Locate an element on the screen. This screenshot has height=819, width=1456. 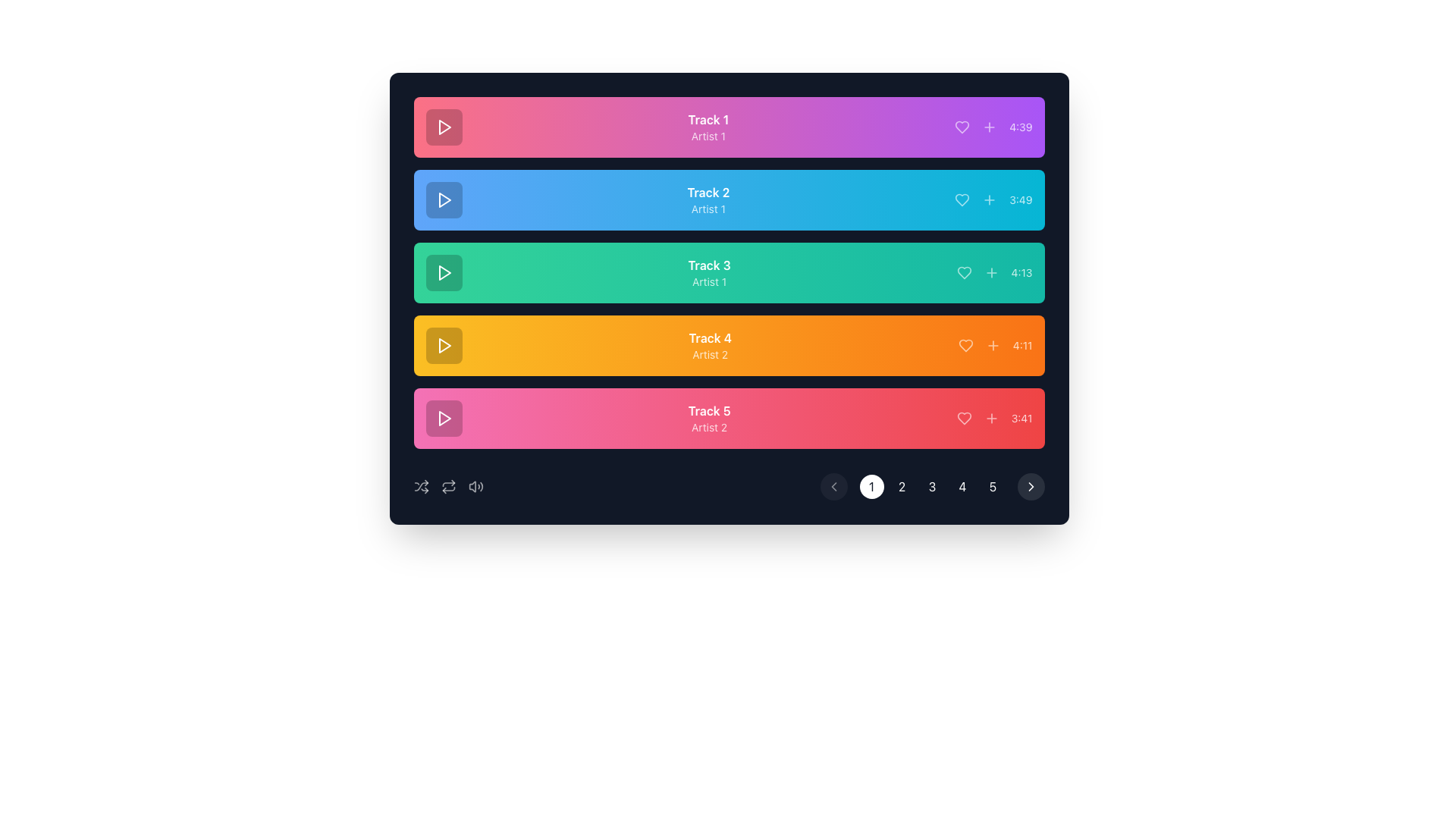
the play icon, which is a triangular play symbol located within a vibrant yellow square button, to play 'Track 4' is located at coordinates (444, 345).